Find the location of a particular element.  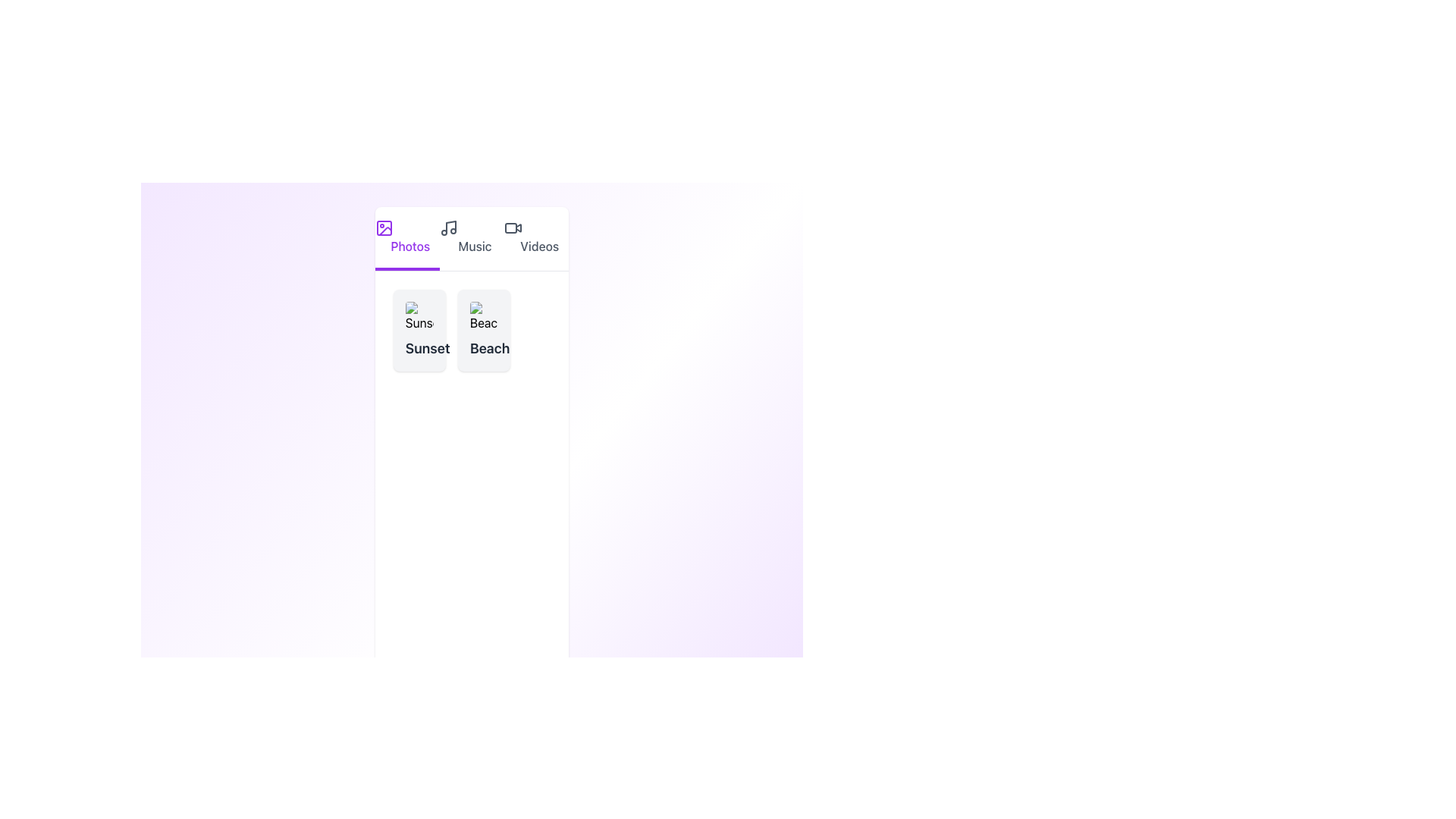

the 'Videos' text label in the top-right navigation menu, which is the third item next to 'Photos' and 'Music' is located at coordinates (539, 245).